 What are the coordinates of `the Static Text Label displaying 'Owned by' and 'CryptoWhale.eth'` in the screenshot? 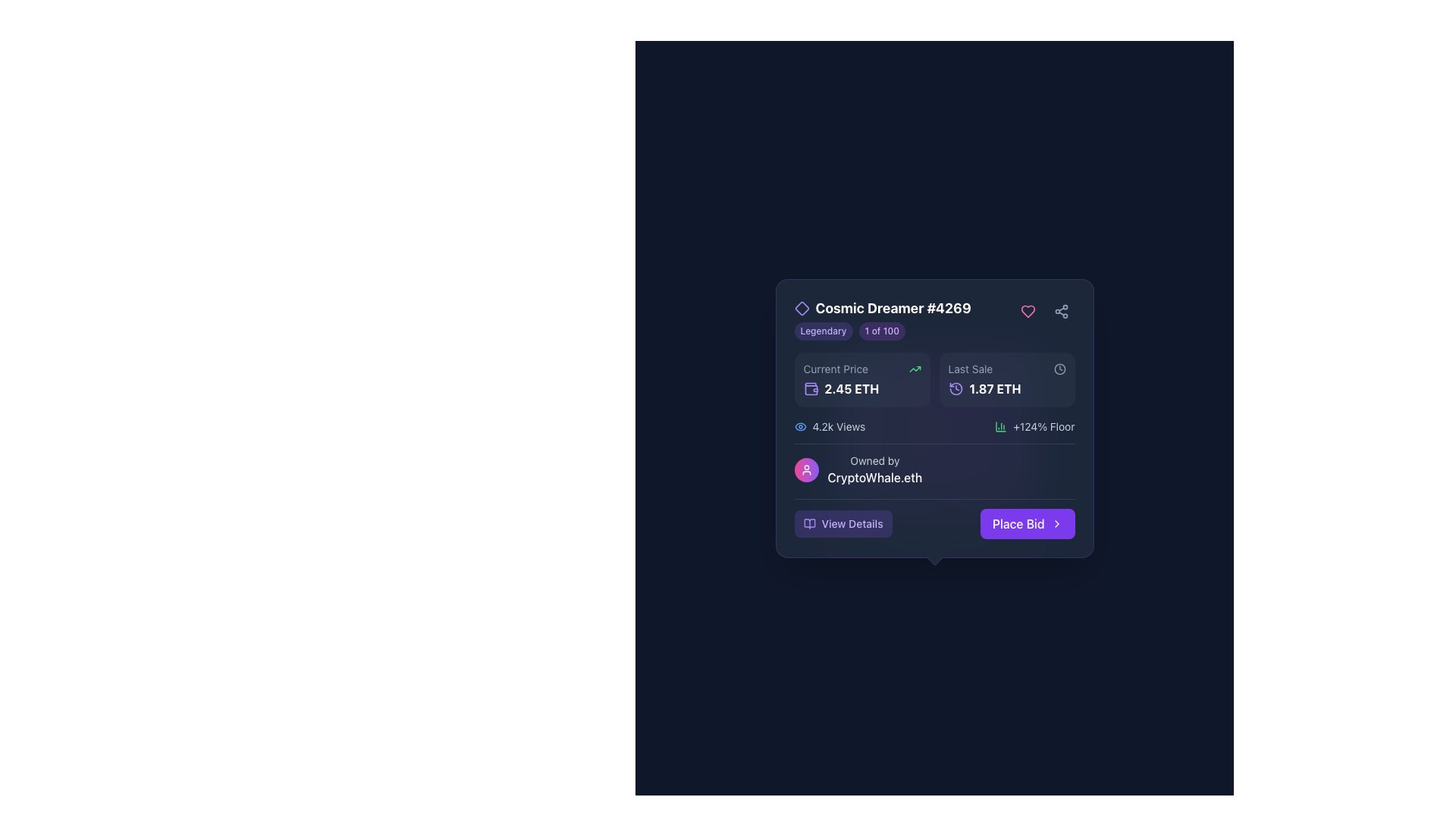 It's located at (874, 469).